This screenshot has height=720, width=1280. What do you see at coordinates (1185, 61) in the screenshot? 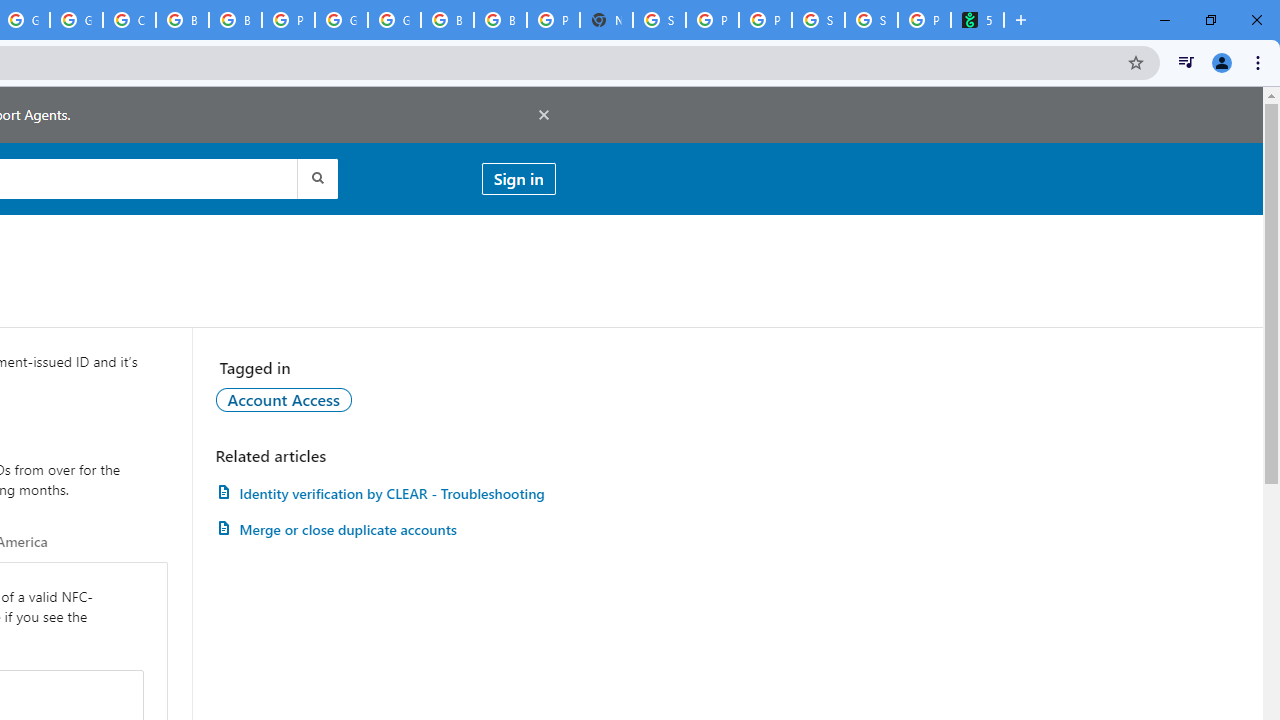
I see `'Control your music, videos, and more'` at bounding box center [1185, 61].